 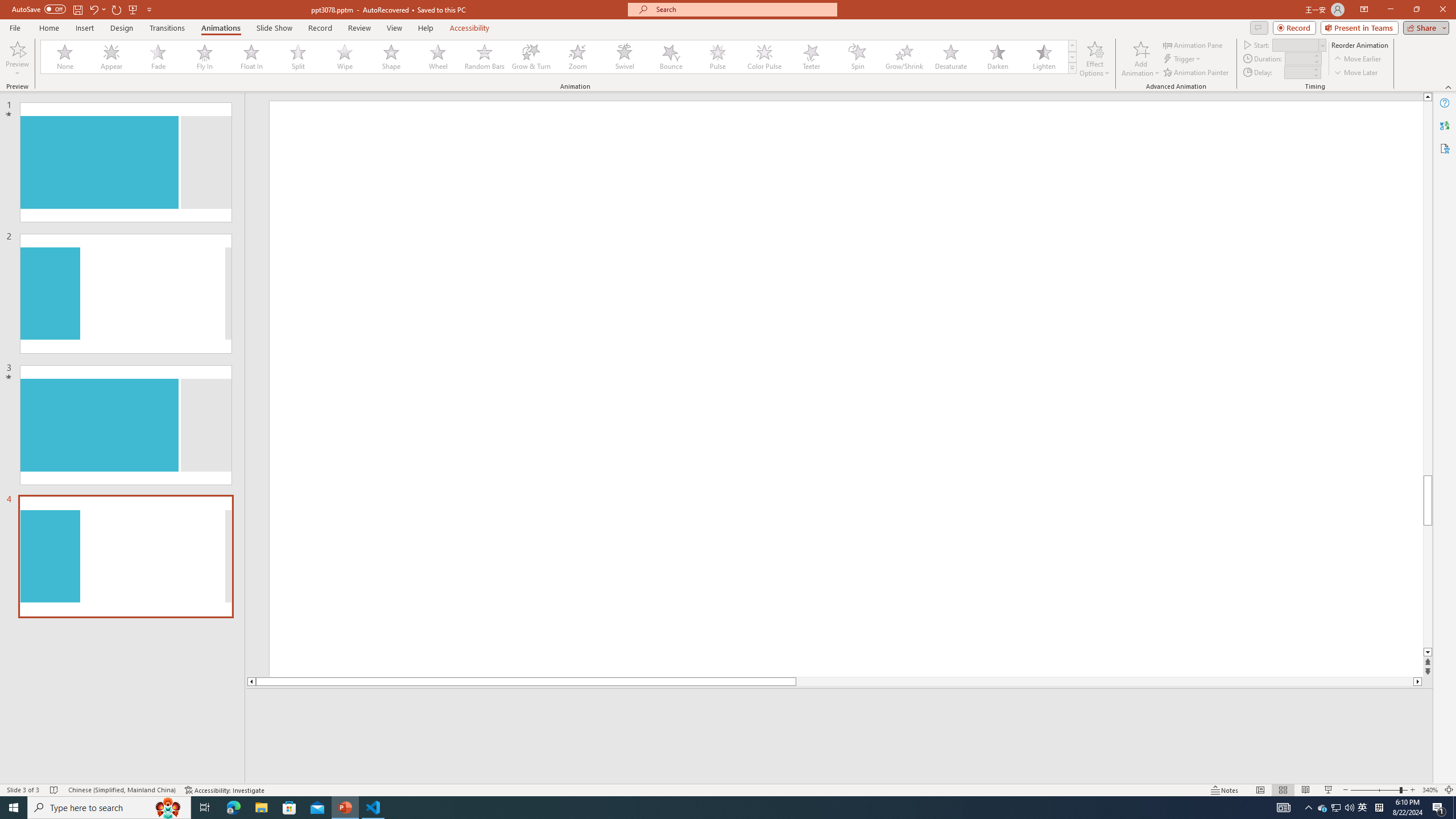 I want to click on 'Collapse the Ribbon', so click(x=1449, y=87).